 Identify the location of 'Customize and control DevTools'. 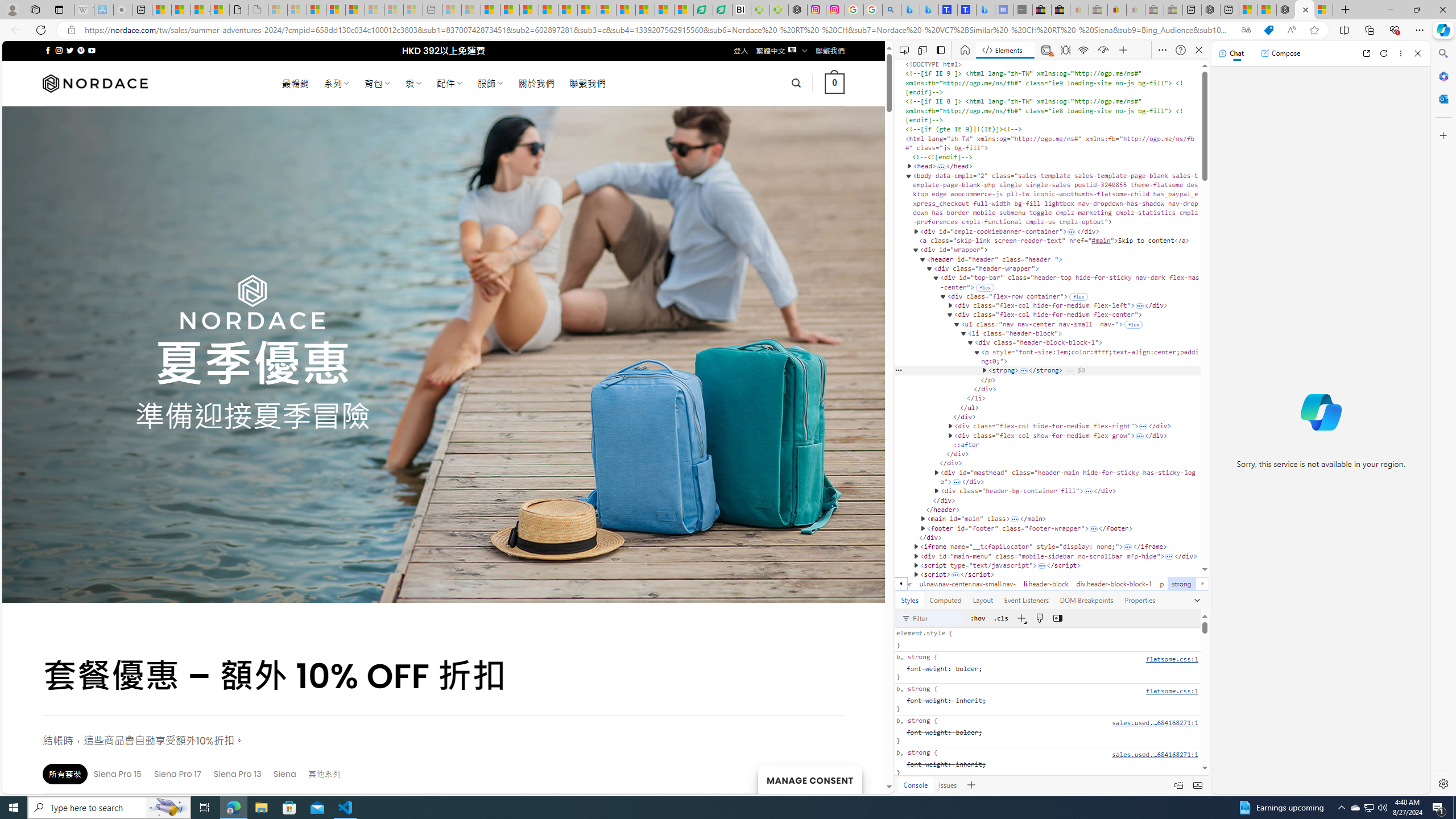
(1162, 49).